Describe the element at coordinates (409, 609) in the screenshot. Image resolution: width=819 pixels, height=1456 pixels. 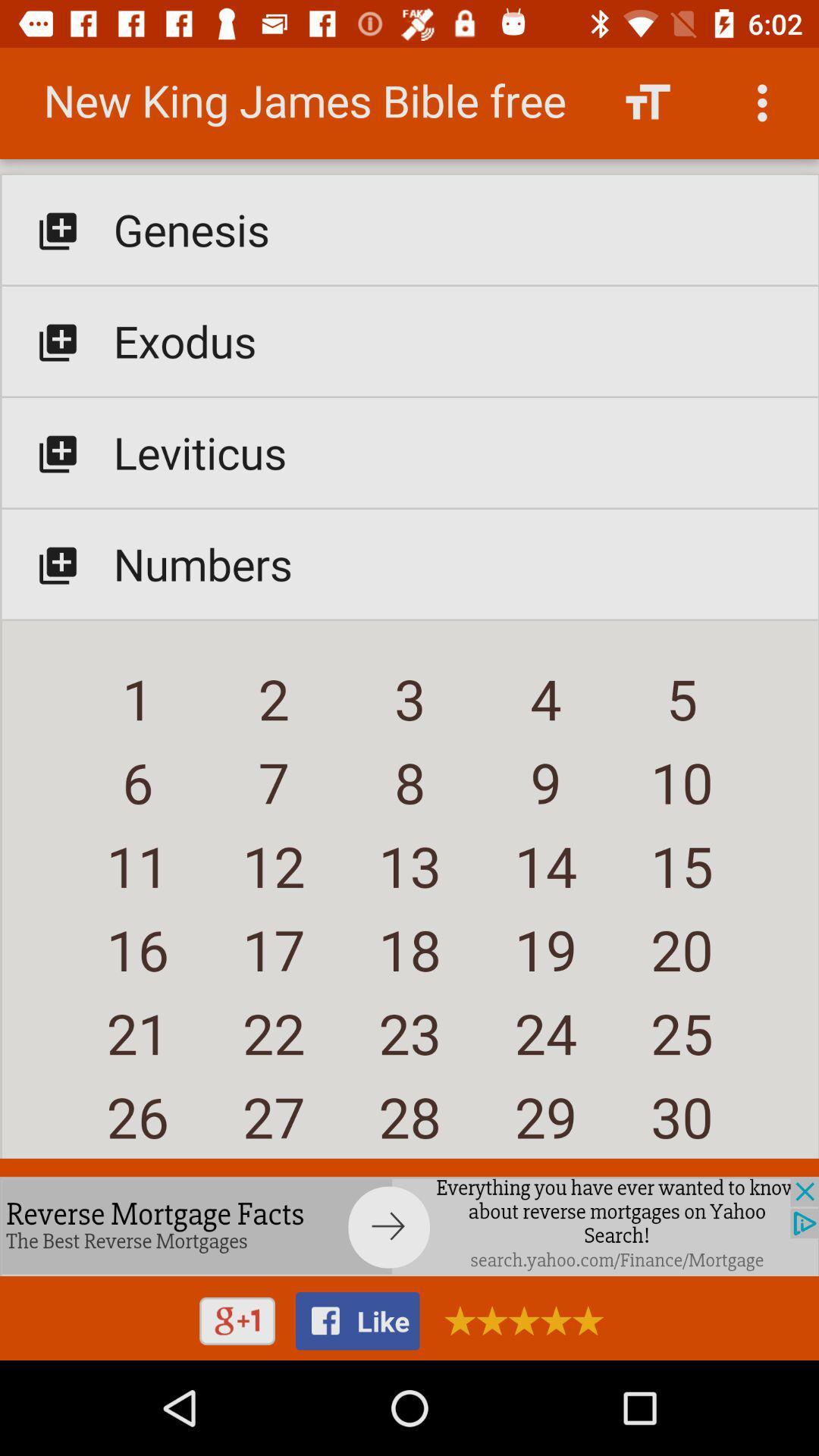
I see `home page of the app` at that location.